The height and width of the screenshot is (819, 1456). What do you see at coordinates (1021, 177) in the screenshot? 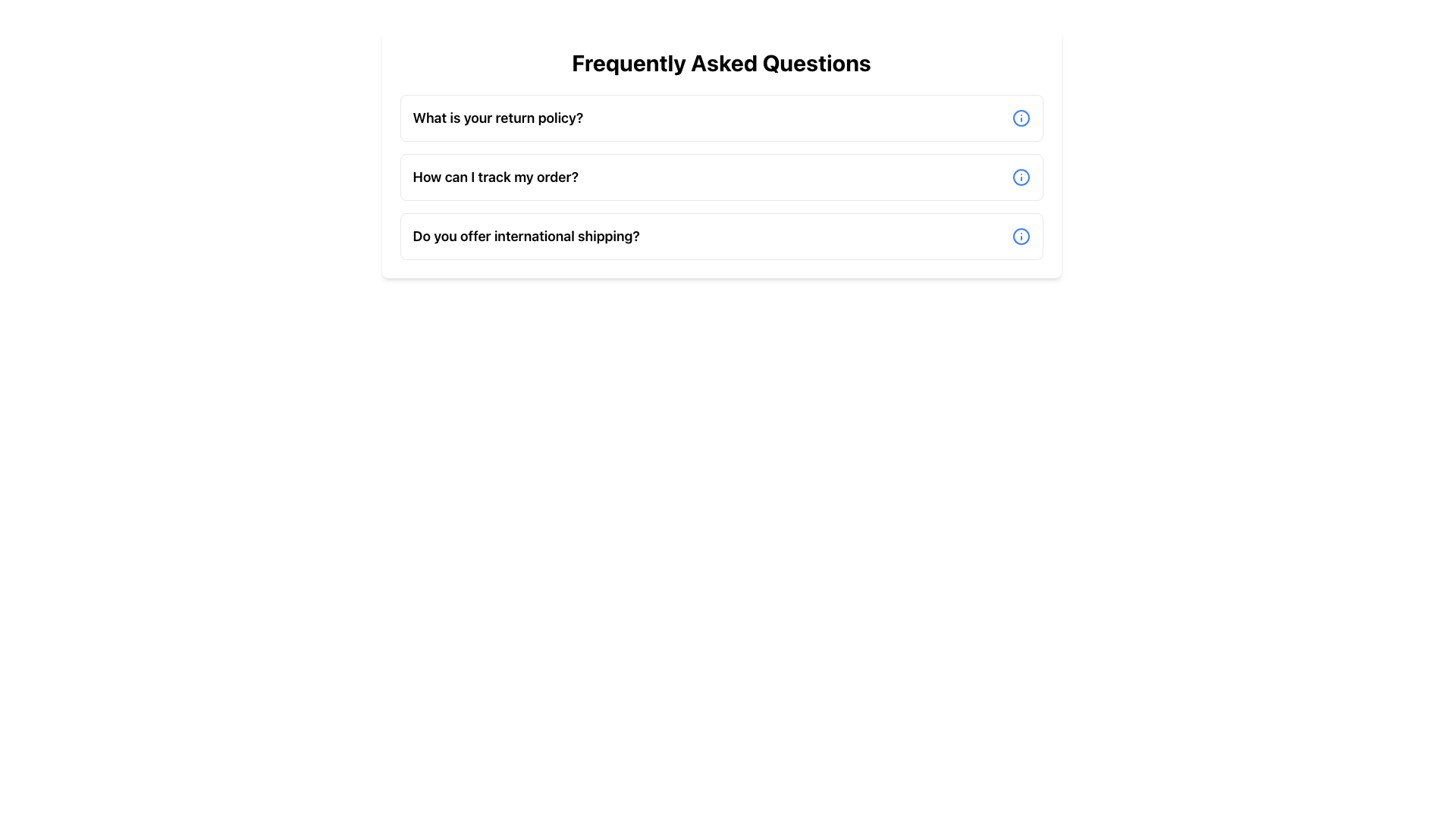
I see `the blue circular icon with an 'i' symbol located at the end of the question 'How can I track my order?' in the Frequently Asked Questions section` at bounding box center [1021, 177].